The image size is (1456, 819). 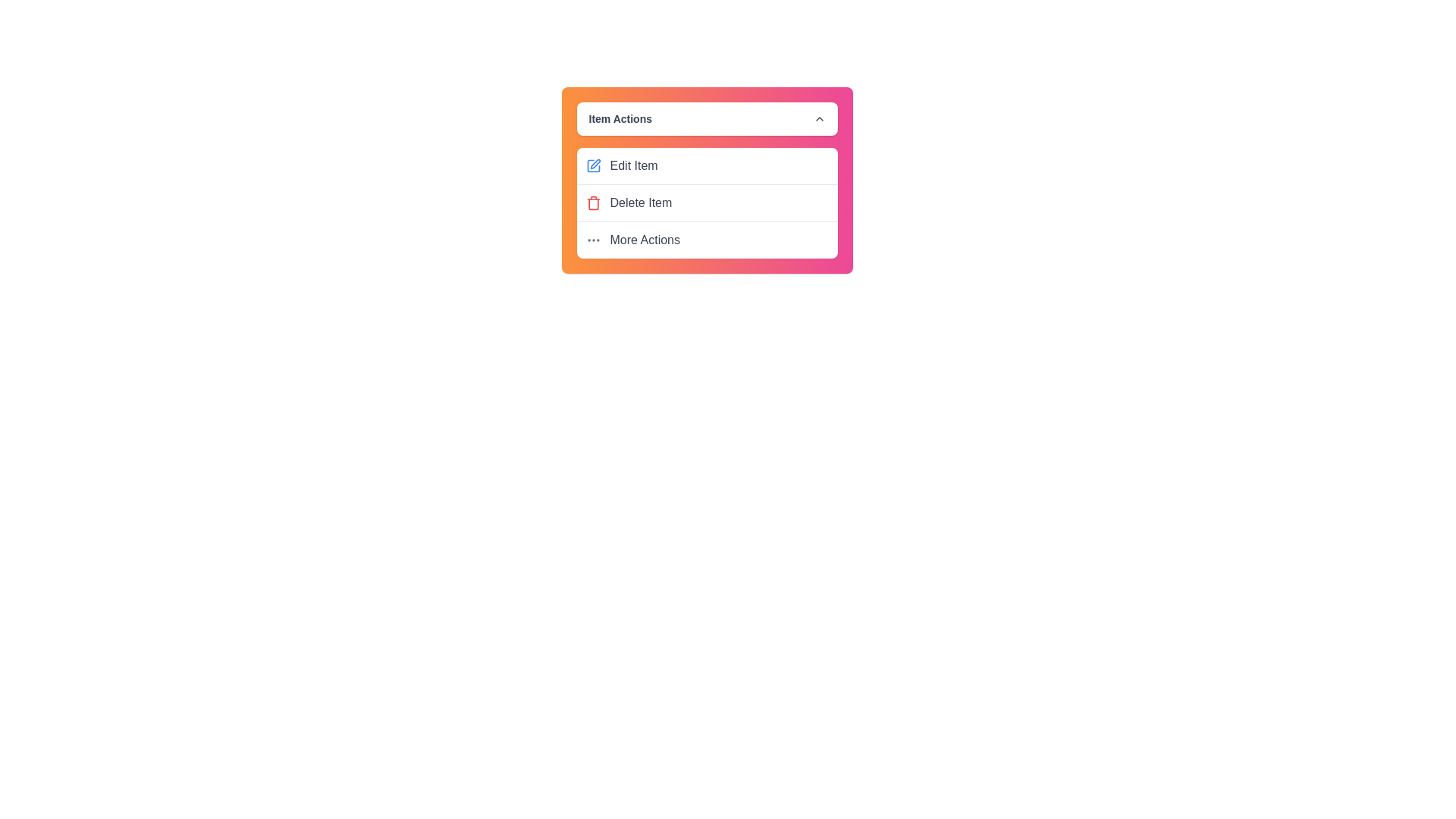 I want to click on the 'Item Actions' button to toggle the menu visibility, so click(x=706, y=118).